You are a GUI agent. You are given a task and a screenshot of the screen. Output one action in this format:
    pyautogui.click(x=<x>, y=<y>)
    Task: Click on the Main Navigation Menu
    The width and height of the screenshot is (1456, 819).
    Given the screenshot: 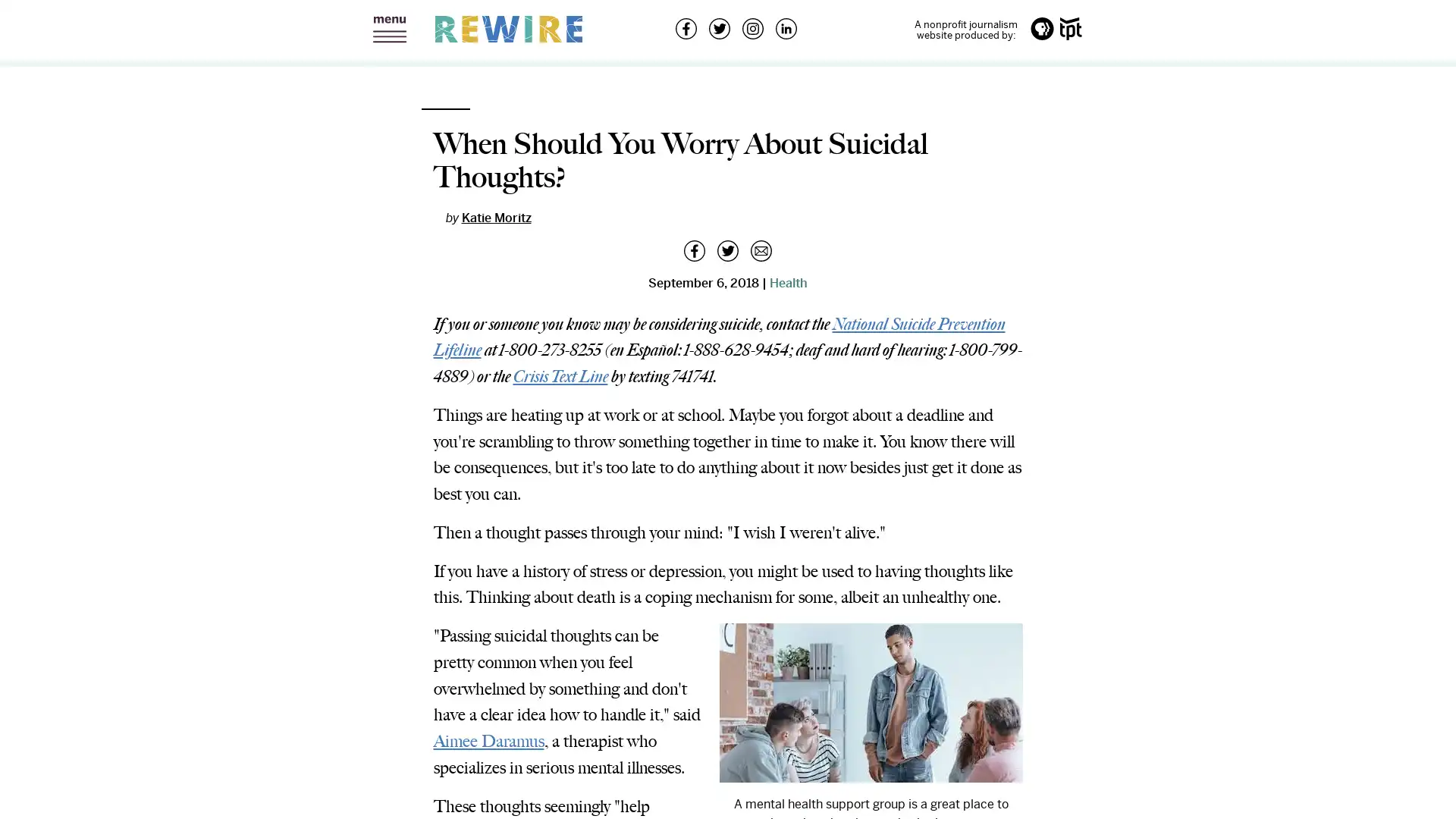 What is the action you would take?
    pyautogui.click(x=389, y=30)
    